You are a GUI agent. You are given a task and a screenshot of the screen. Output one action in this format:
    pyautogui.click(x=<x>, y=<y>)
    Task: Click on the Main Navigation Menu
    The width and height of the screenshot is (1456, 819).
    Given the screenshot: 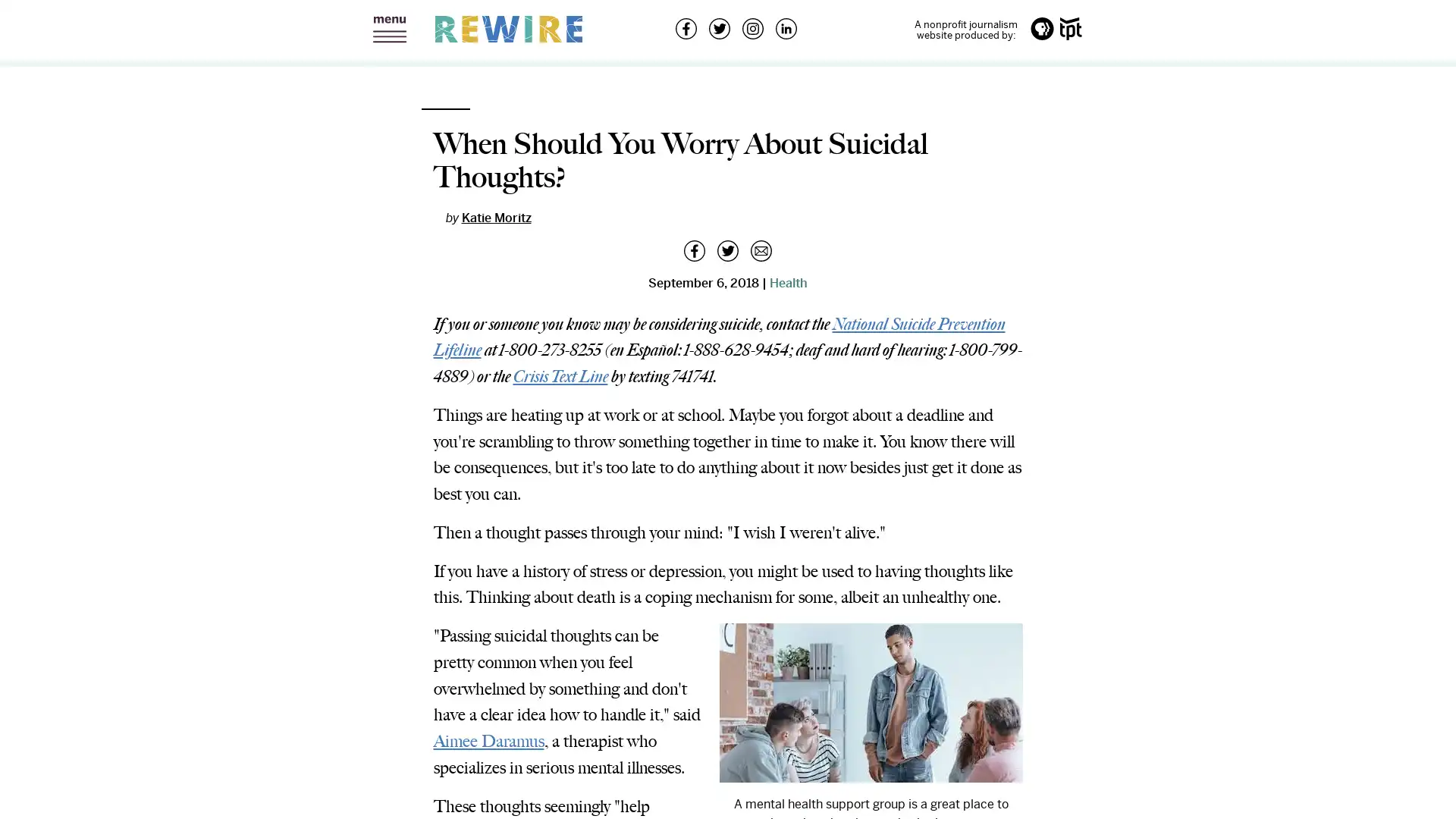 What is the action you would take?
    pyautogui.click(x=389, y=30)
    